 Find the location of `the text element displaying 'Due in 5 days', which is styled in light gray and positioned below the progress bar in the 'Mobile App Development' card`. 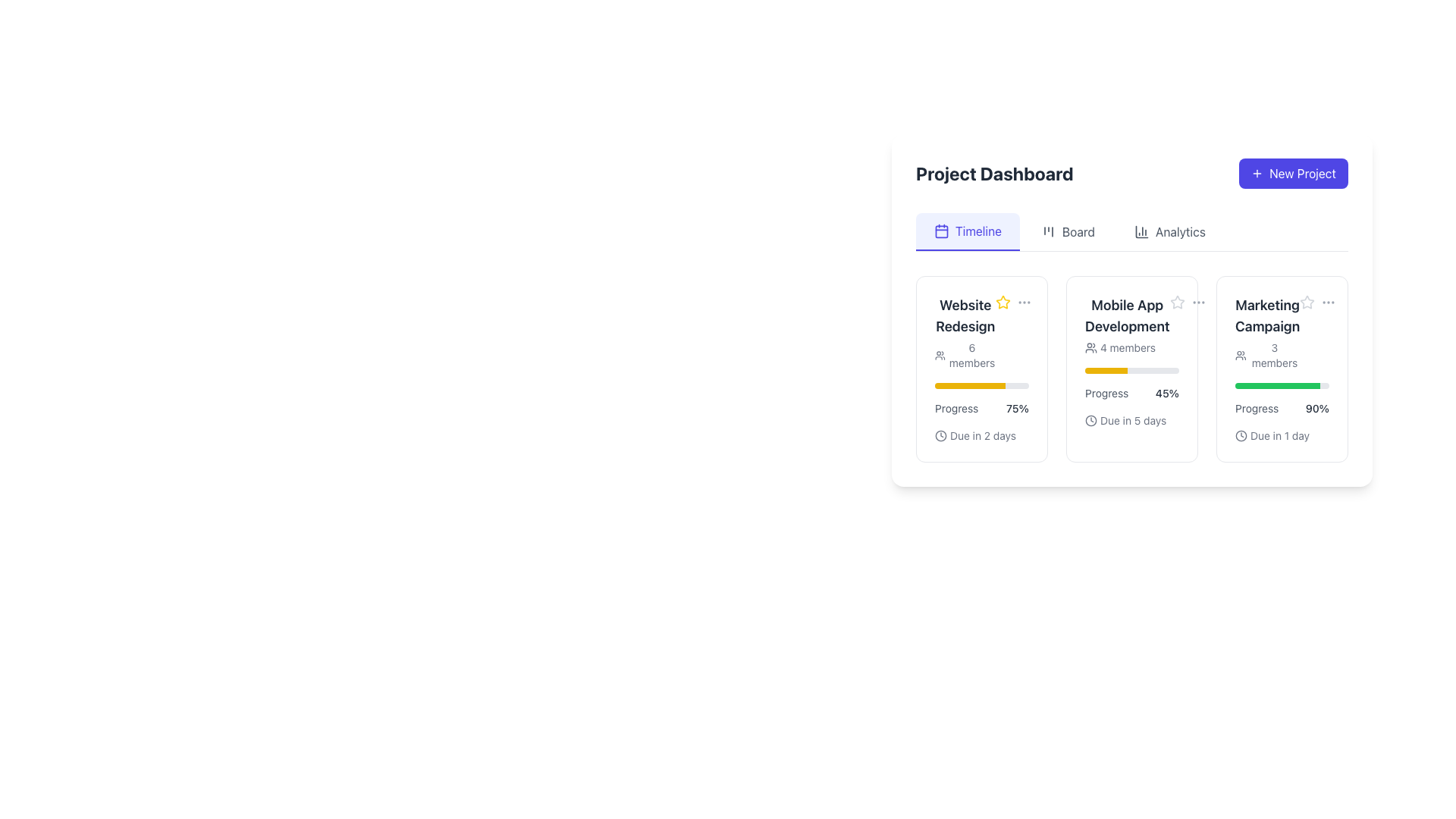

the text element displaying 'Due in 5 days', which is styled in light gray and positioned below the progress bar in the 'Mobile App Development' card is located at coordinates (1133, 421).